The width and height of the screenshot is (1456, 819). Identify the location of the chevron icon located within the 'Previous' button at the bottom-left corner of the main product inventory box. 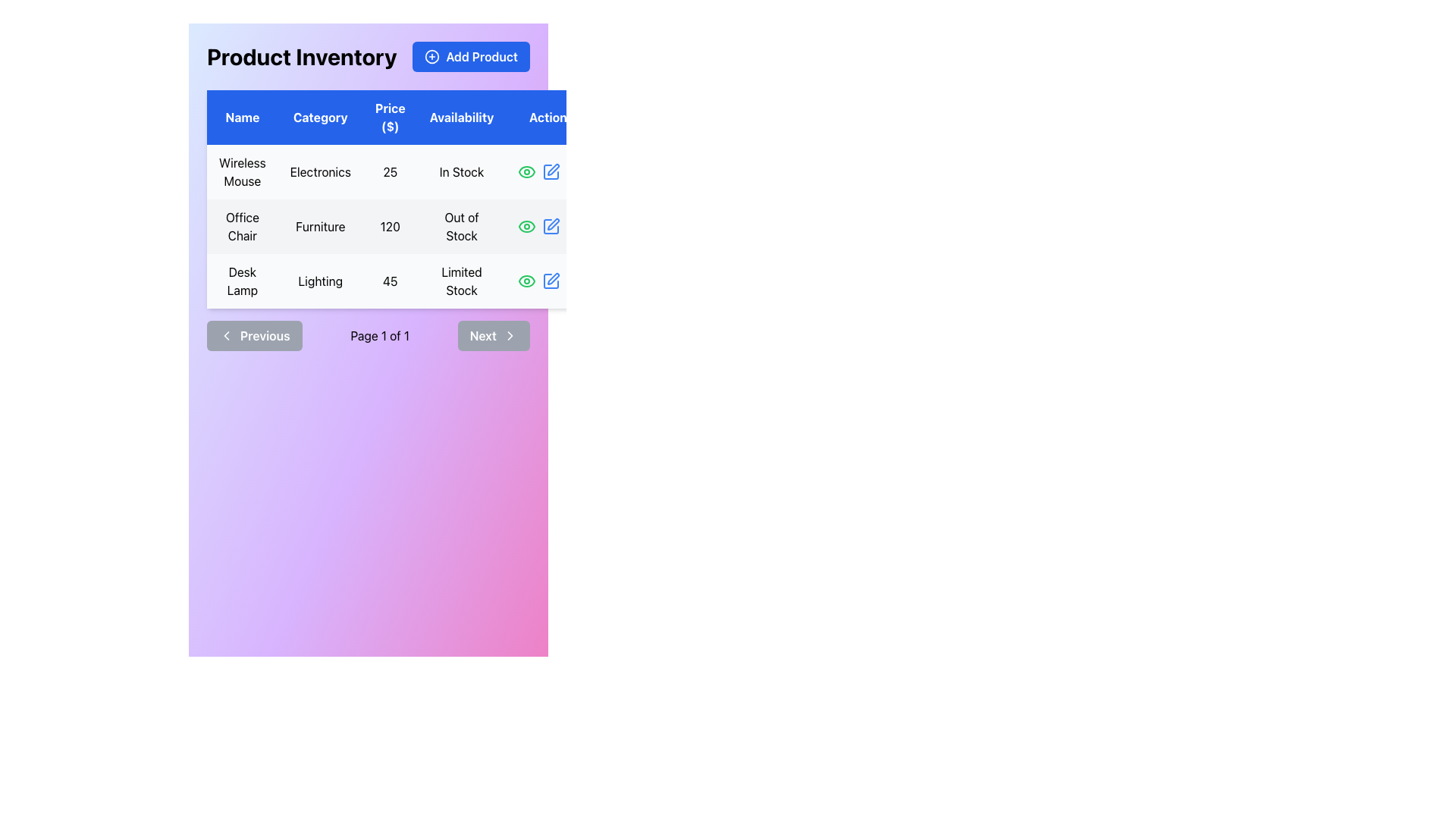
(225, 335).